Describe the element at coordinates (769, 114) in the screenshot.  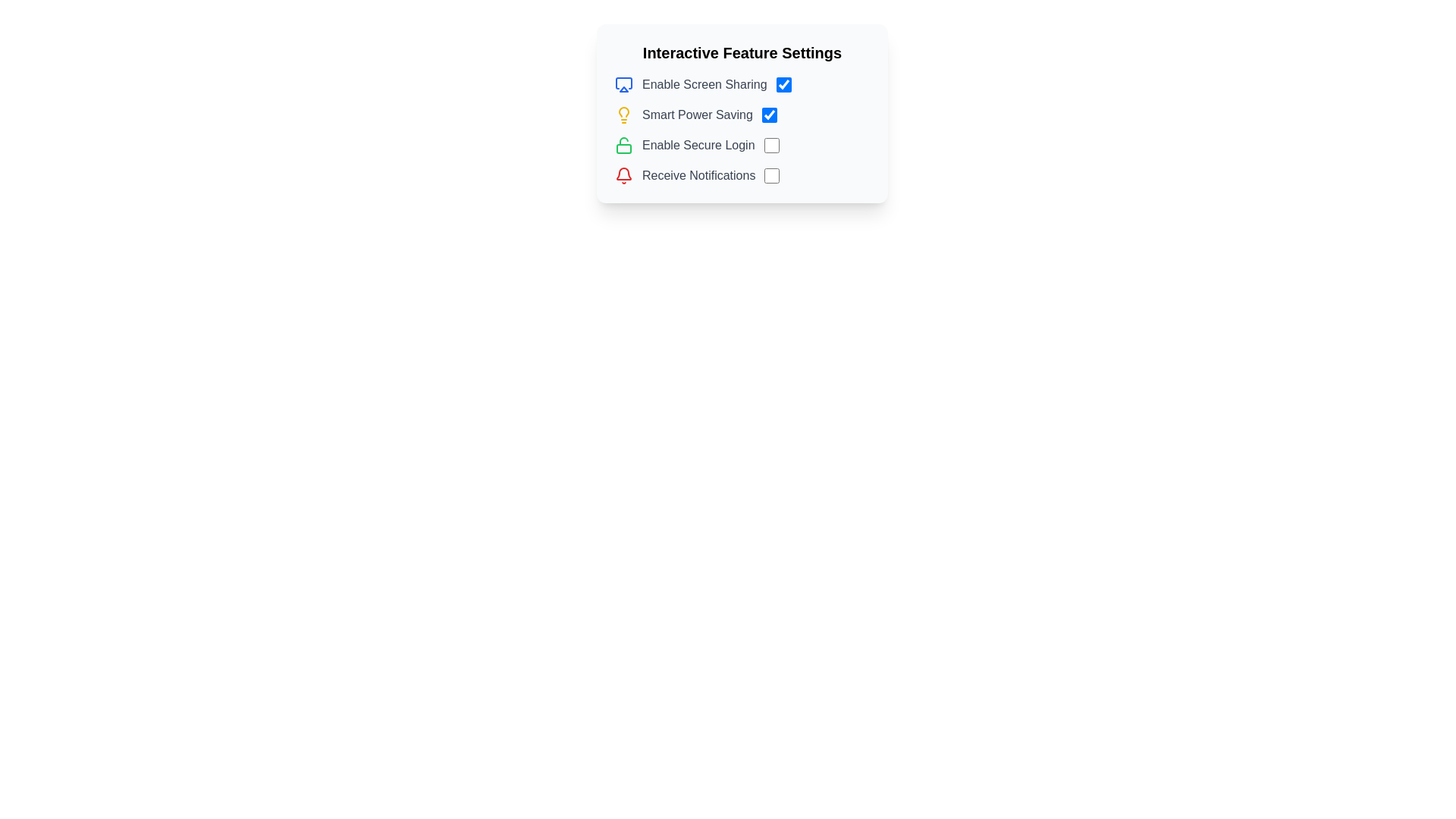
I see `the checkbox with a yellow border and a white checkmark in the center` at that location.